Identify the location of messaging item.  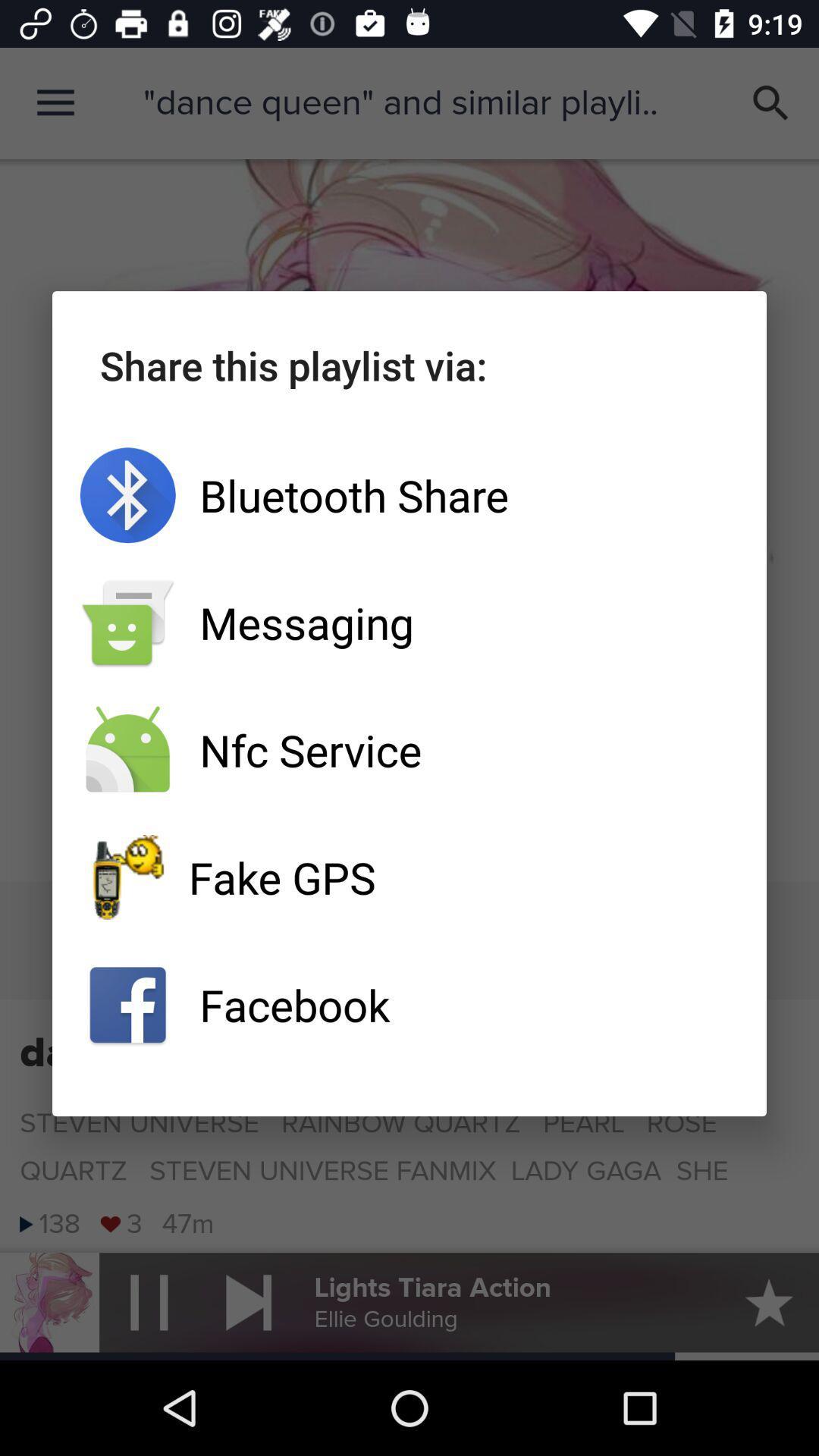
(409, 623).